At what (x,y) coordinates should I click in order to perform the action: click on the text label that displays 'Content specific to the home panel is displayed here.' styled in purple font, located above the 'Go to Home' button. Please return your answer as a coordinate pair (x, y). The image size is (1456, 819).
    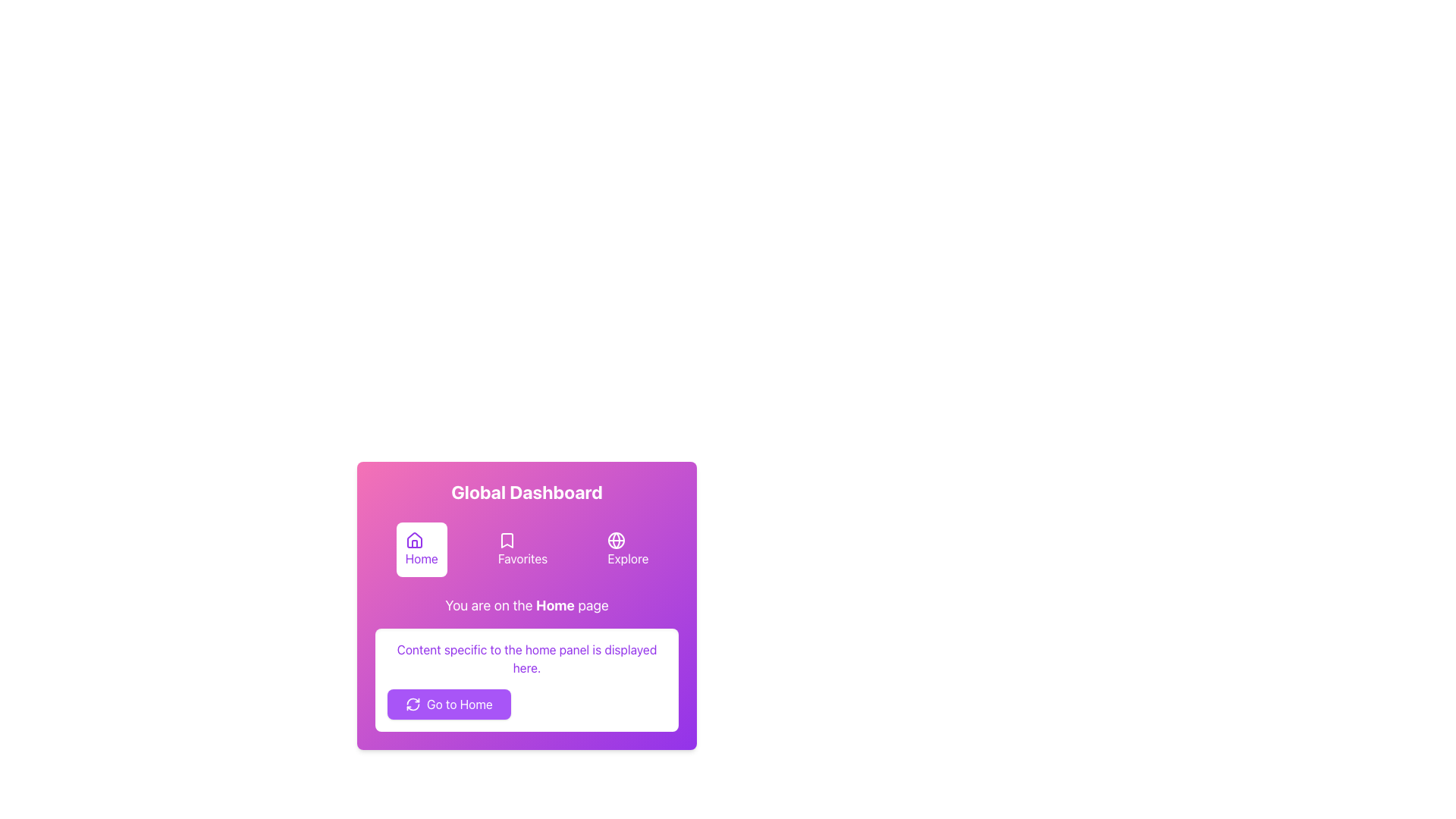
    Looking at the image, I should click on (527, 657).